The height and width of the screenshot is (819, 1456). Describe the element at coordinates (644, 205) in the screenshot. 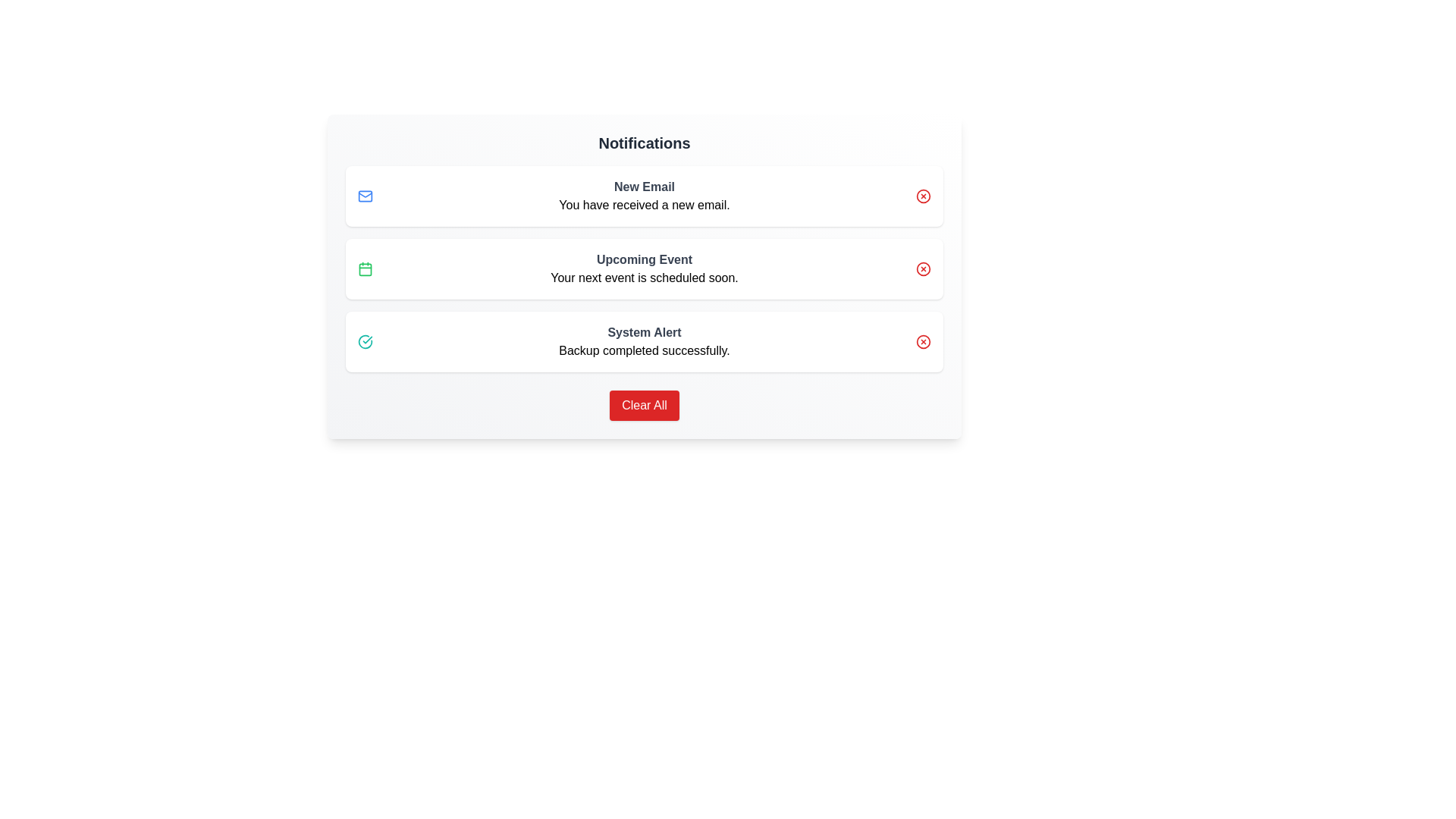

I see `additional information text about the email update located below the 'New Email' text in the first notification box` at that location.